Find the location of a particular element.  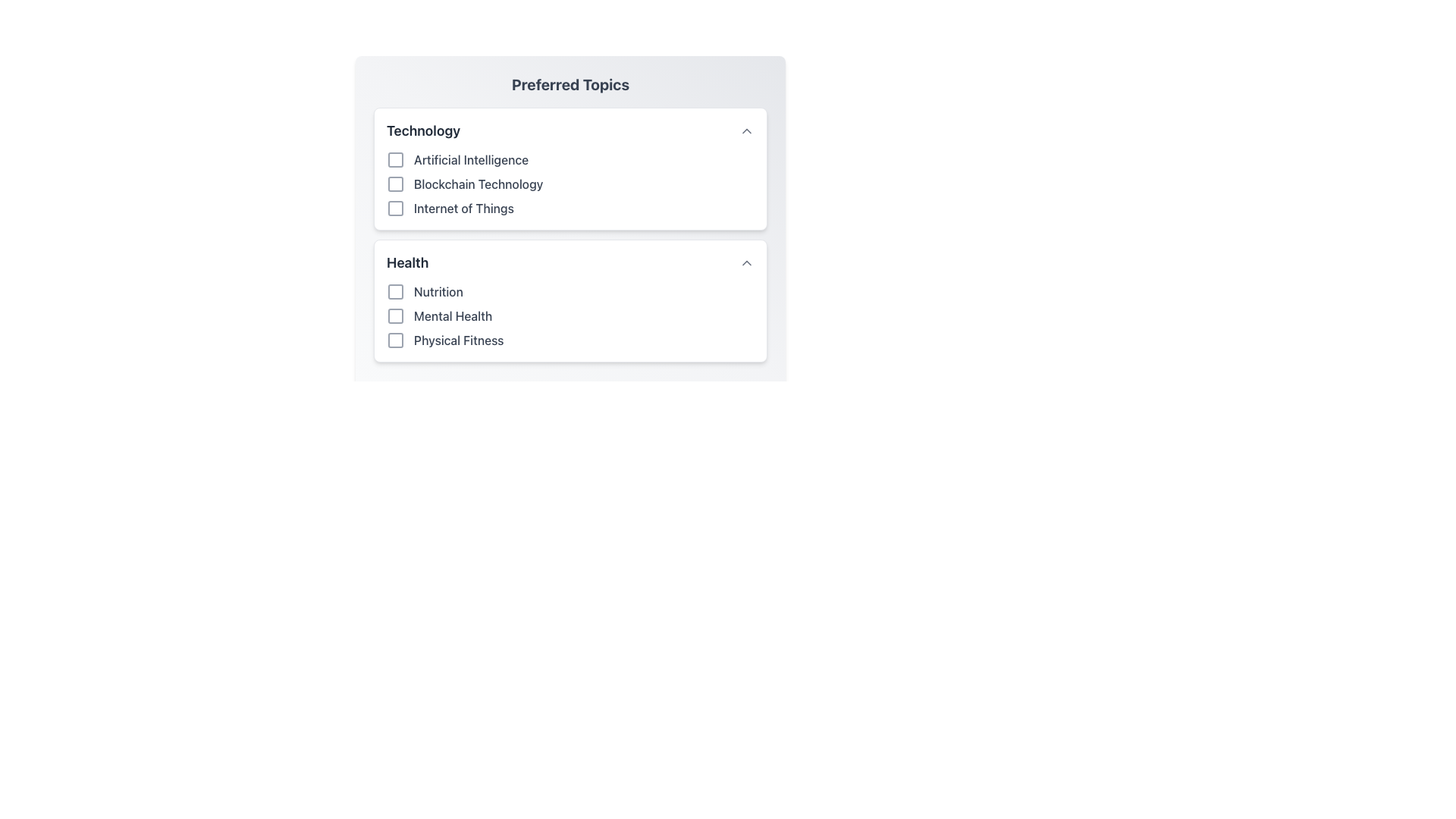

the collapsible toggle button for the 'Health' section is located at coordinates (746, 262).